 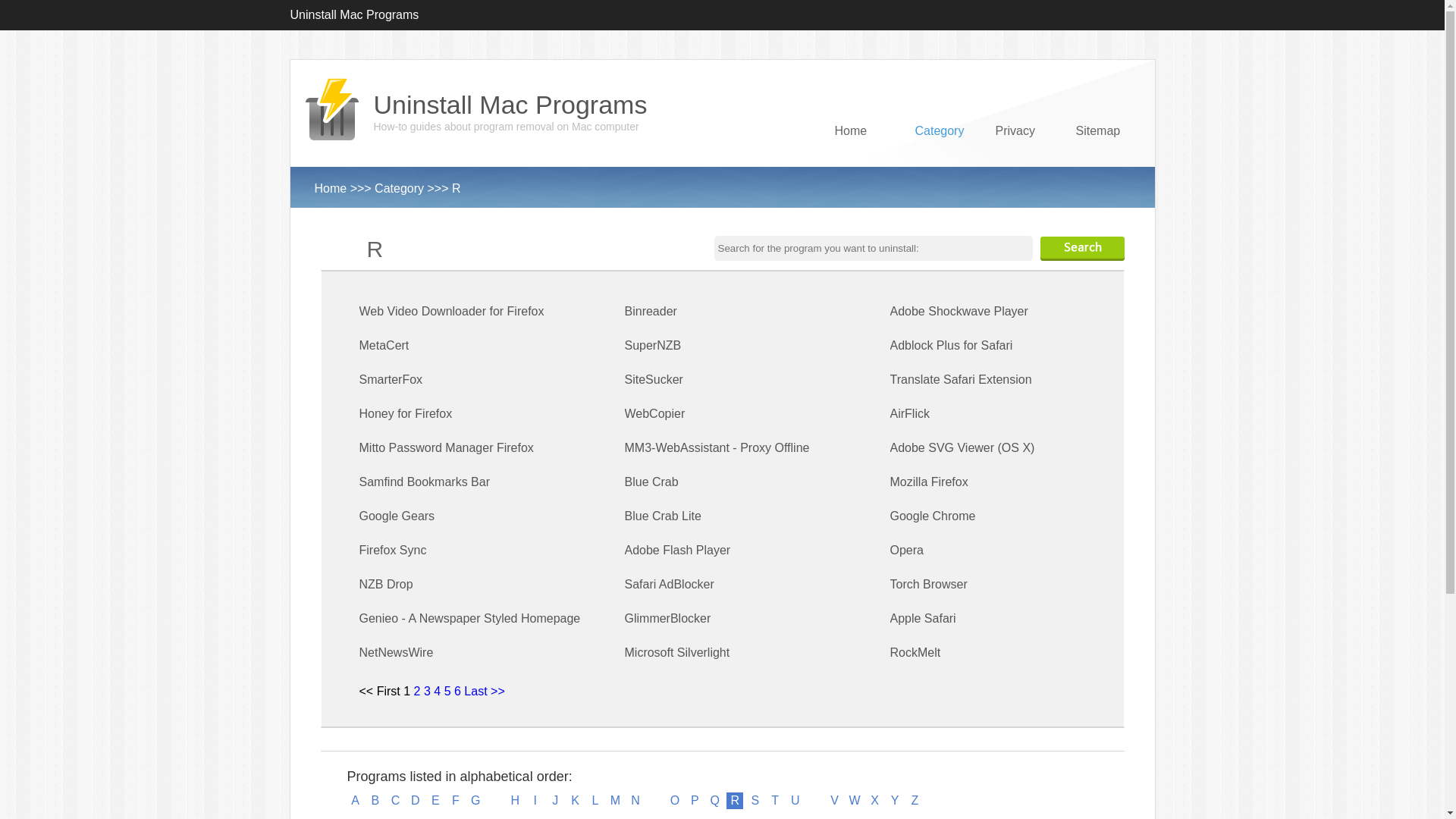 I want to click on 'Apple Safari', so click(x=922, y=618).